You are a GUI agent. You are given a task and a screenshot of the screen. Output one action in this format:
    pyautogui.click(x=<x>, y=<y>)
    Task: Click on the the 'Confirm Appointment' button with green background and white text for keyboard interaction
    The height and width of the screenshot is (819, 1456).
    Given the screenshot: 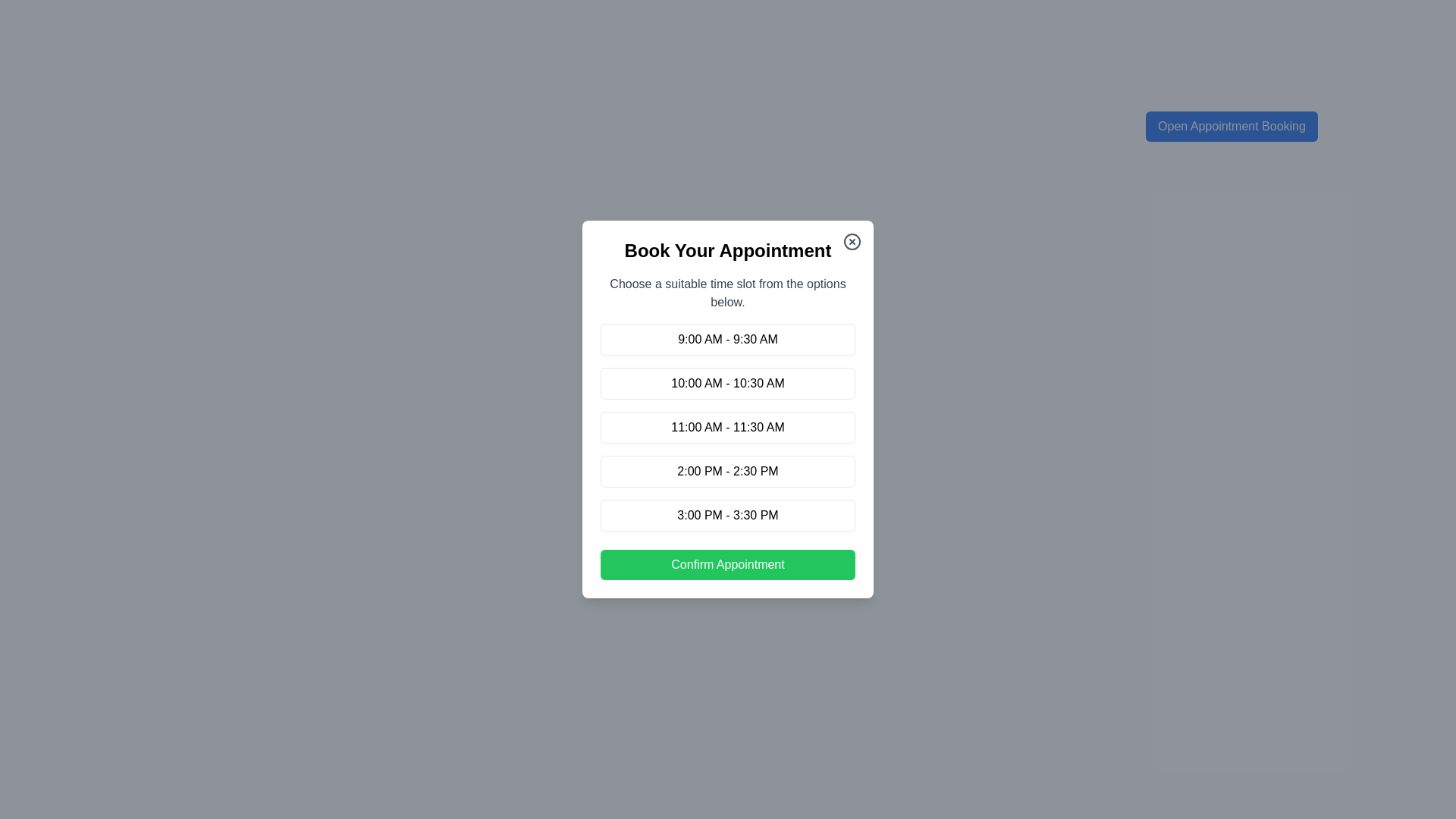 What is the action you would take?
    pyautogui.click(x=728, y=564)
    